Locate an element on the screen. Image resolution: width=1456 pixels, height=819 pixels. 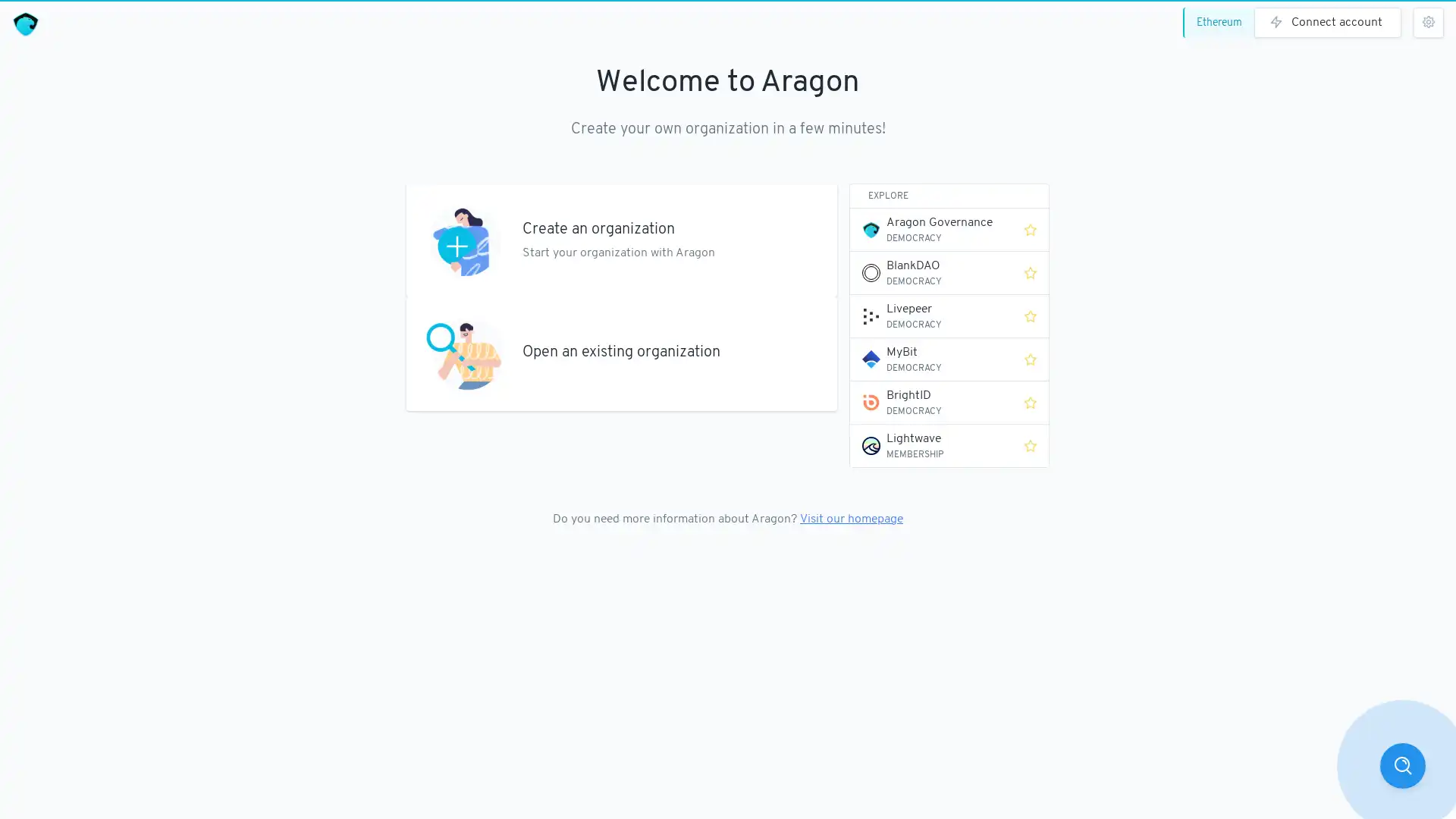
Ethereum is located at coordinates (1222, 23).